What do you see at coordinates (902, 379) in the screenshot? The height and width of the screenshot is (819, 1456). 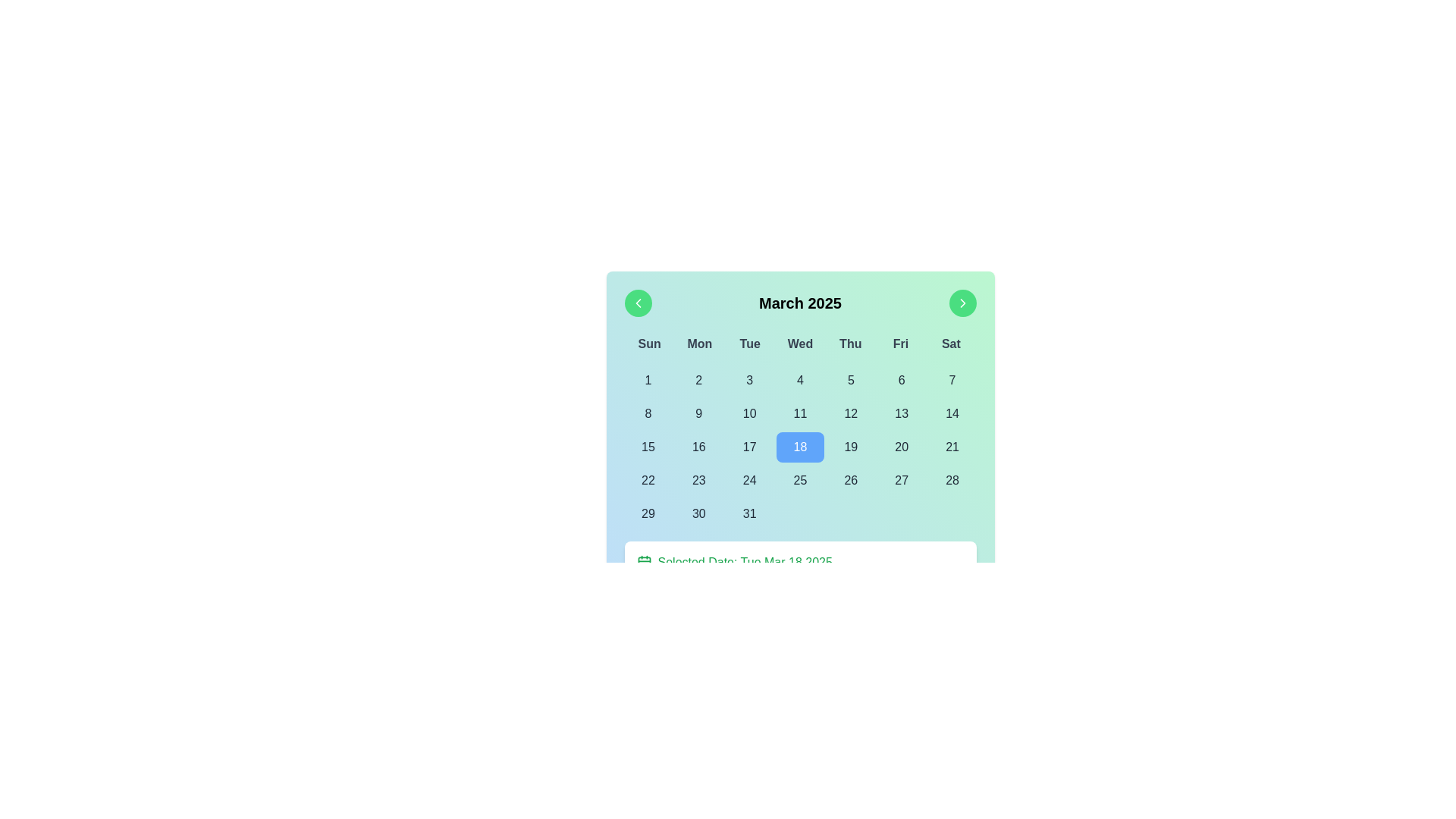 I see `the circular button with the number '6'` at bounding box center [902, 379].